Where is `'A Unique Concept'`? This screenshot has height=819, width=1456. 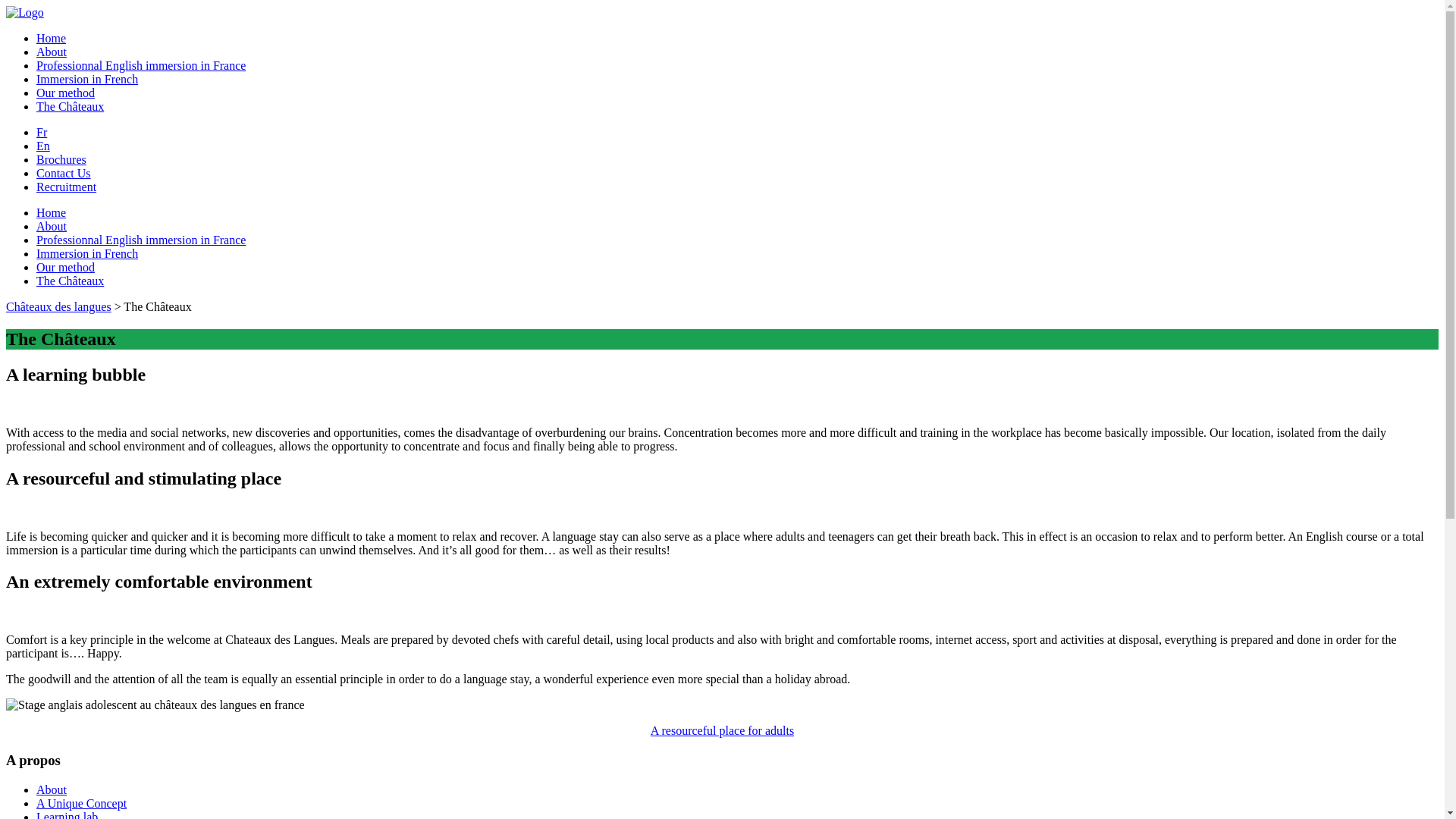 'A Unique Concept' is located at coordinates (80, 802).